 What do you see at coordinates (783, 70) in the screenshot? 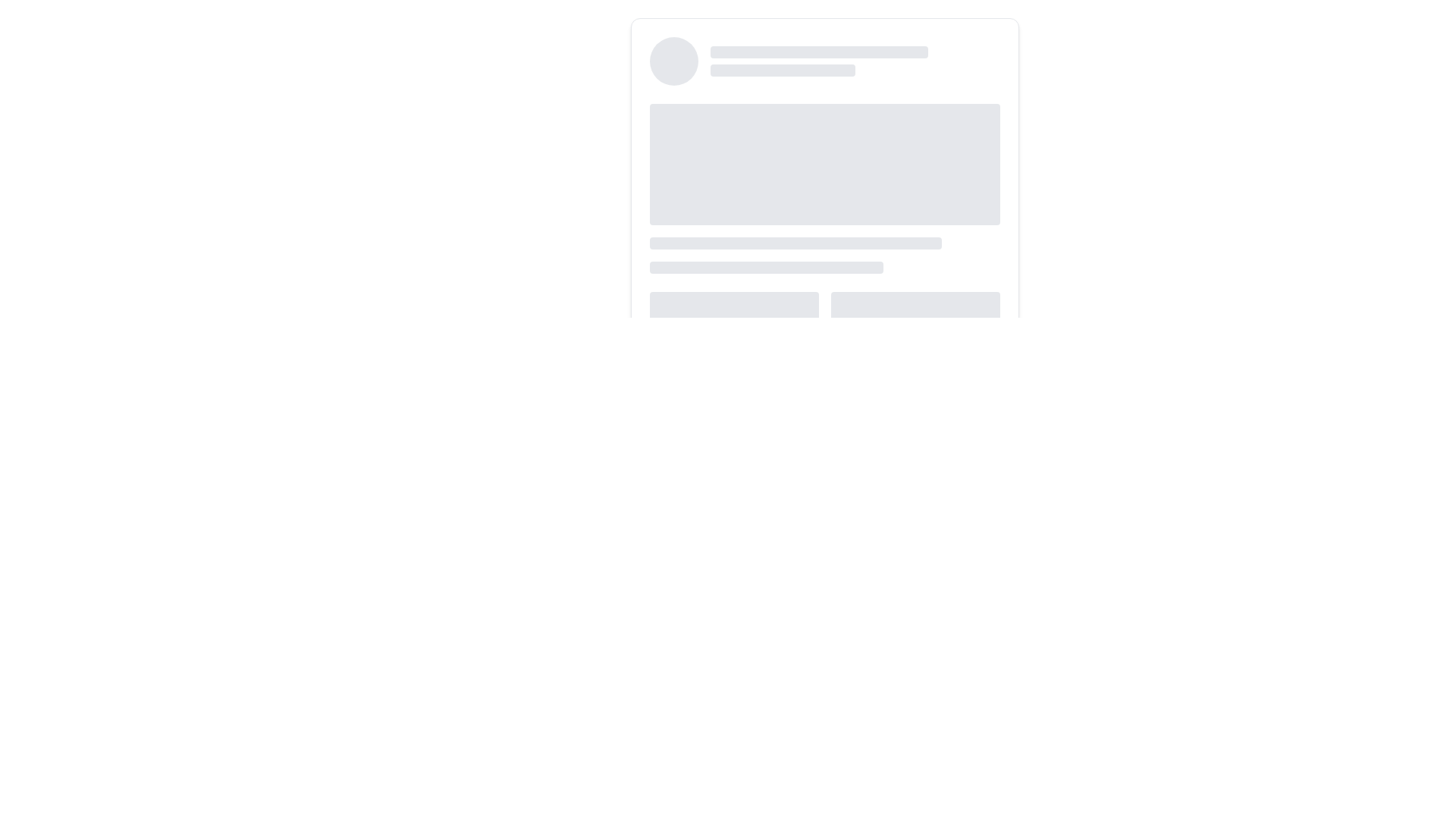
I see `the Placeholder bar, which is the second horizontal bar positioned directly below the first bar in the upper portion of the interface` at bounding box center [783, 70].